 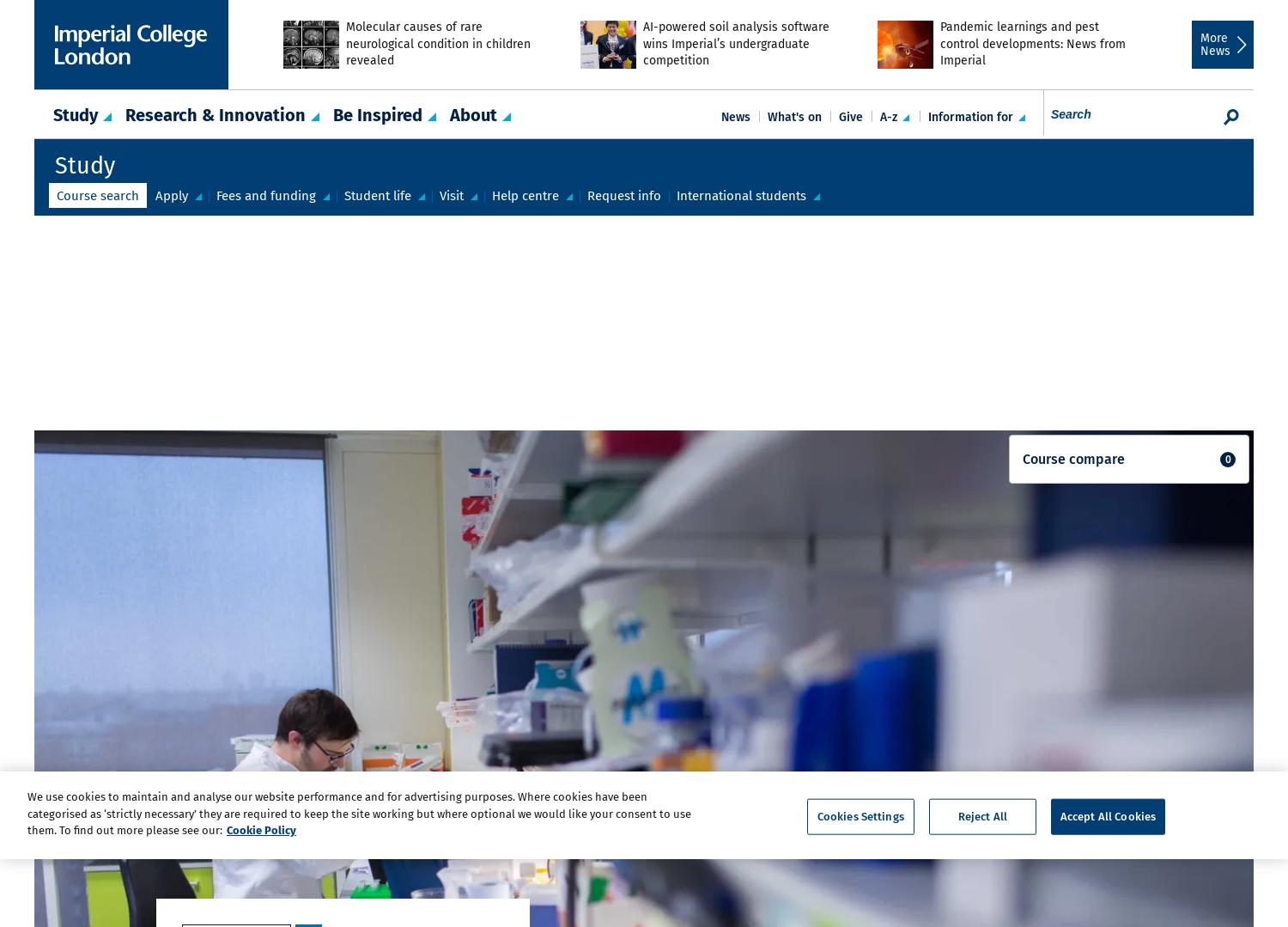 What do you see at coordinates (1227, 458) in the screenshot?
I see `'0'` at bounding box center [1227, 458].